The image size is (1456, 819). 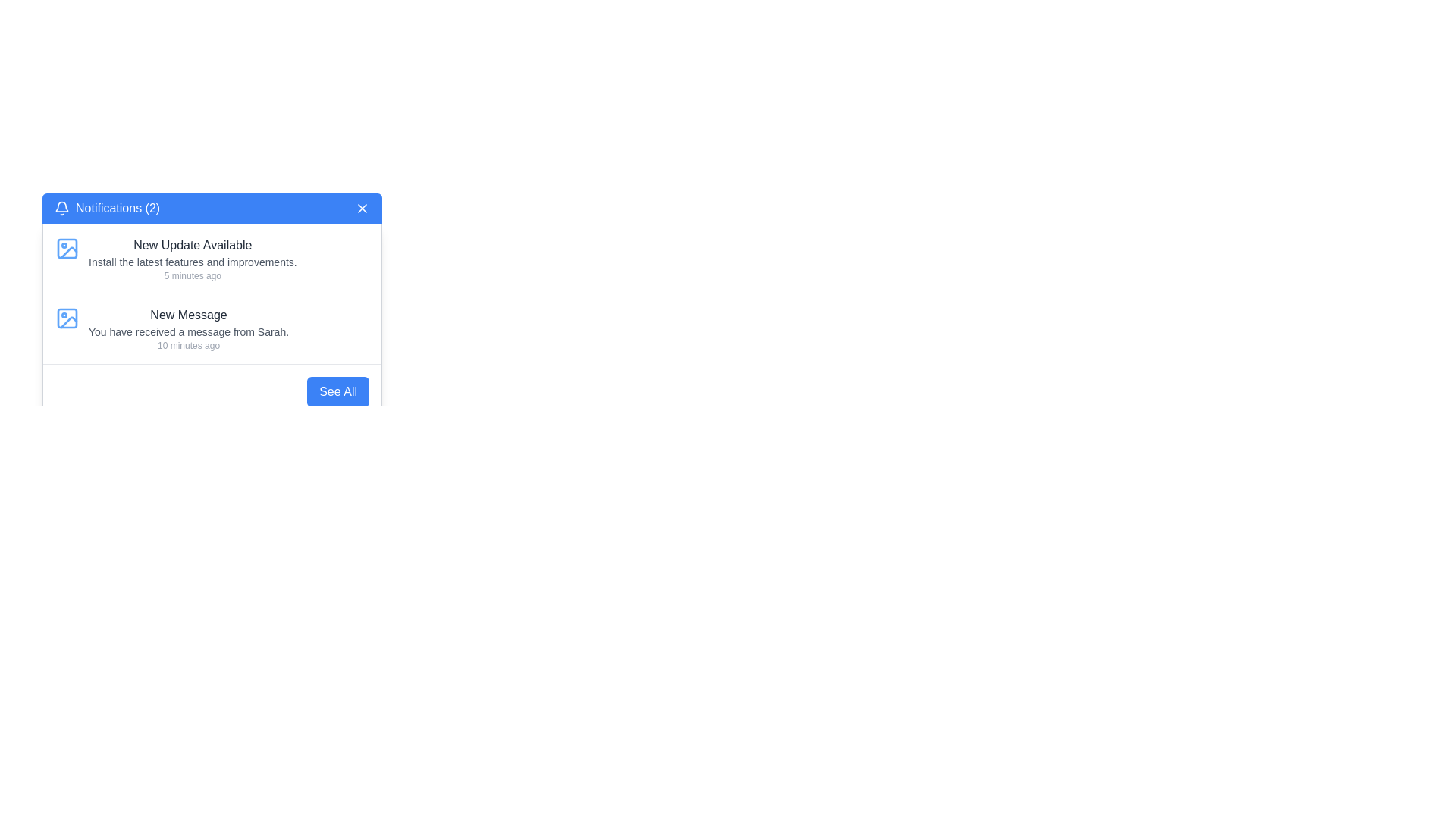 What do you see at coordinates (61, 208) in the screenshot?
I see `the notification indicator located at the top-left corner of the notification popup` at bounding box center [61, 208].